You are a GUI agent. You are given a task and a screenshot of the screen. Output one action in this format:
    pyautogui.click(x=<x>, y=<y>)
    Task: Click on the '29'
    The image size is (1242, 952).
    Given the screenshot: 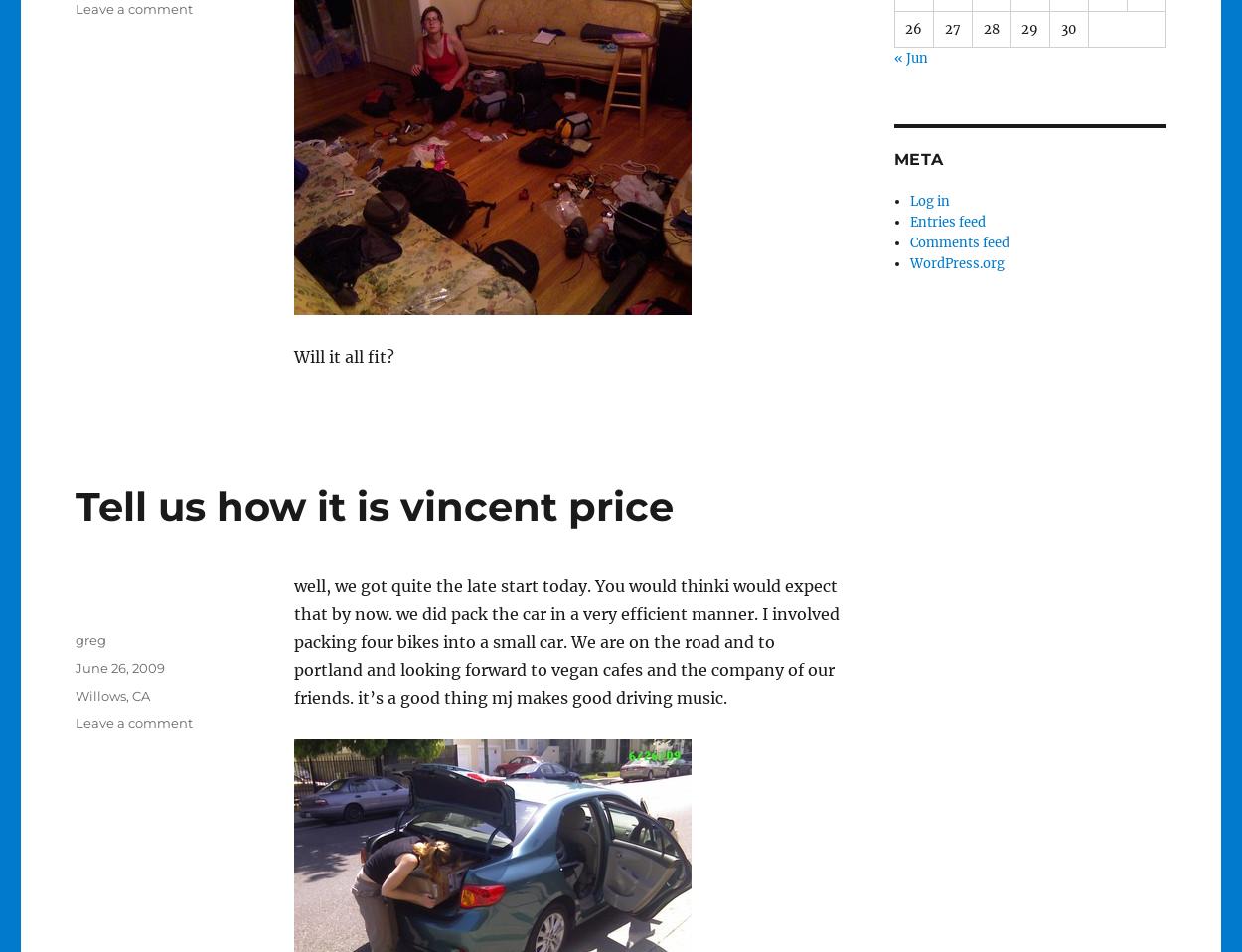 What is the action you would take?
    pyautogui.click(x=1029, y=27)
    